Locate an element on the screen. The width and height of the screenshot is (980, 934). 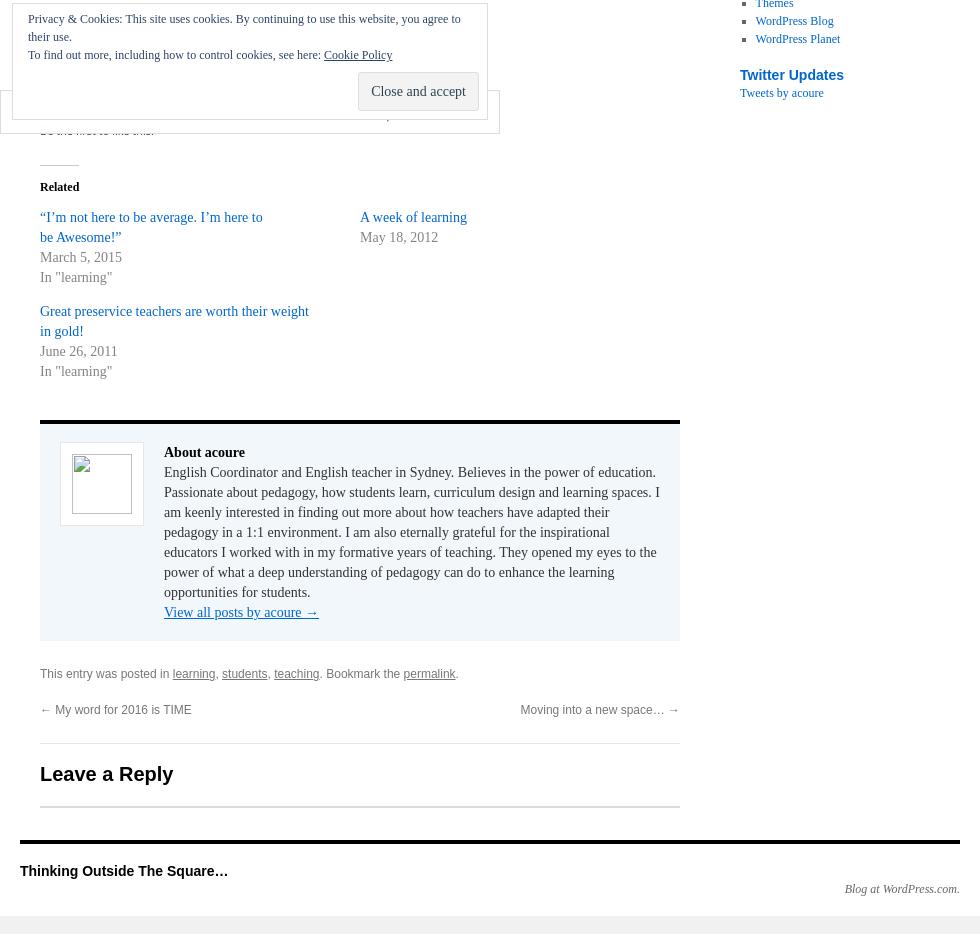
'Leave a Reply' is located at coordinates (39, 773).